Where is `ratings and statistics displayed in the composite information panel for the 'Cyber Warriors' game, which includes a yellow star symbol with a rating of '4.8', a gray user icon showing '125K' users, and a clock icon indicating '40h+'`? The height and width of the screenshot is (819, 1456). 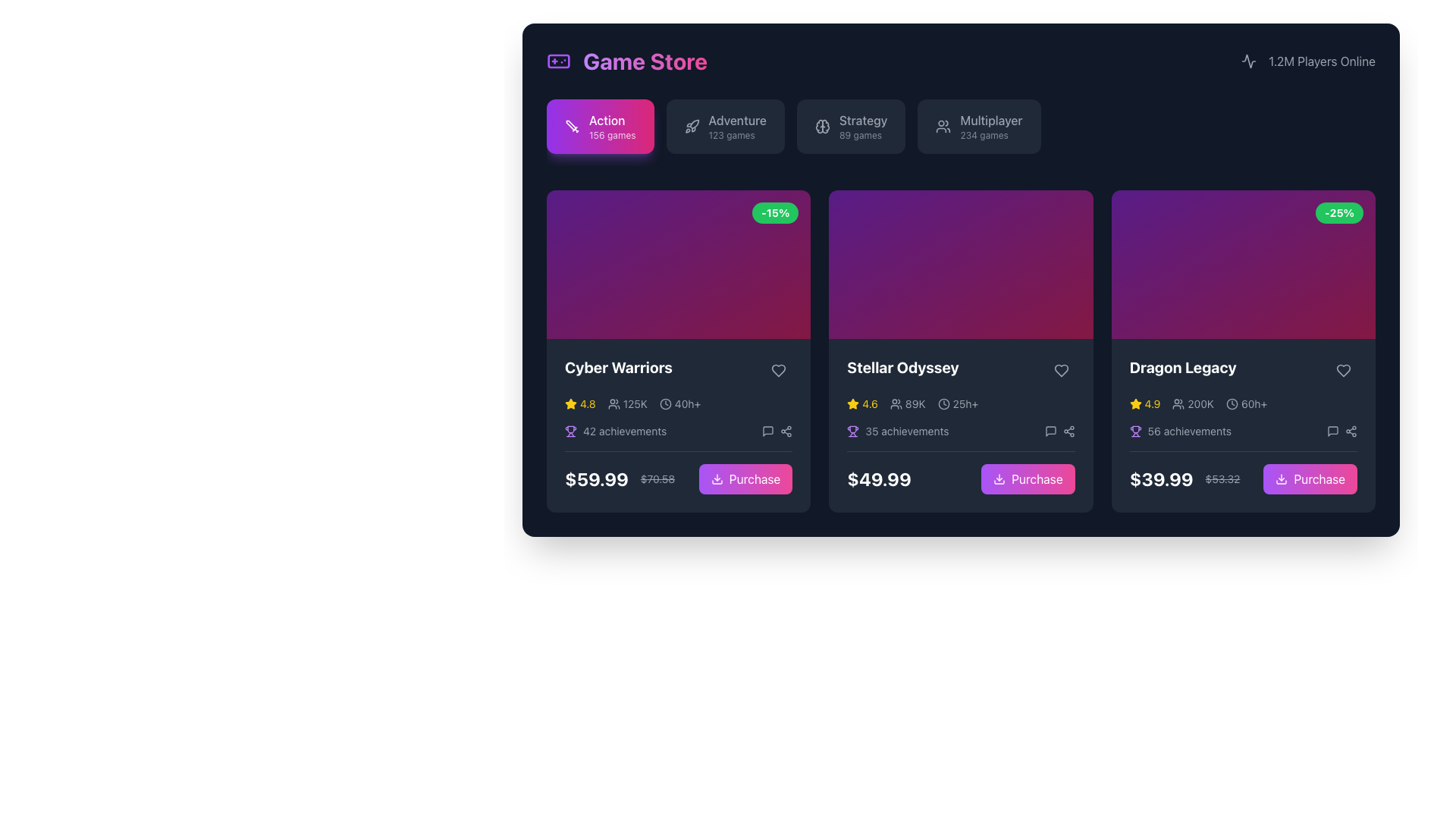 ratings and statistics displayed in the composite information panel for the 'Cyber Warriors' game, which includes a yellow star symbol with a rating of '4.8', a gray user icon showing '125K' users, and a clock icon indicating '40h+' is located at coordinates (678, 403).